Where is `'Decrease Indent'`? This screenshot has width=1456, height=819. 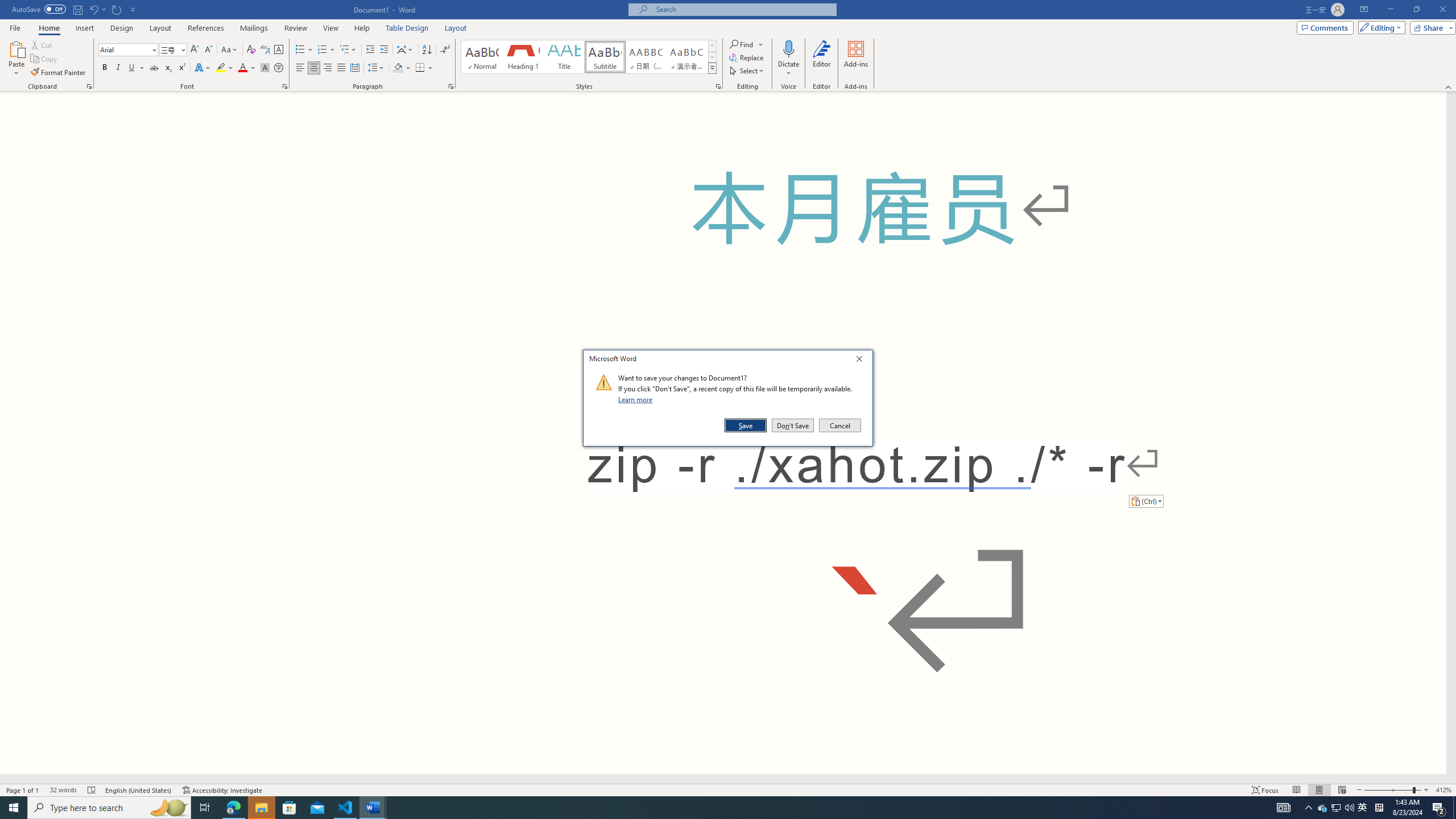 'Decrease Indent' is located at coordinates (370, 49).